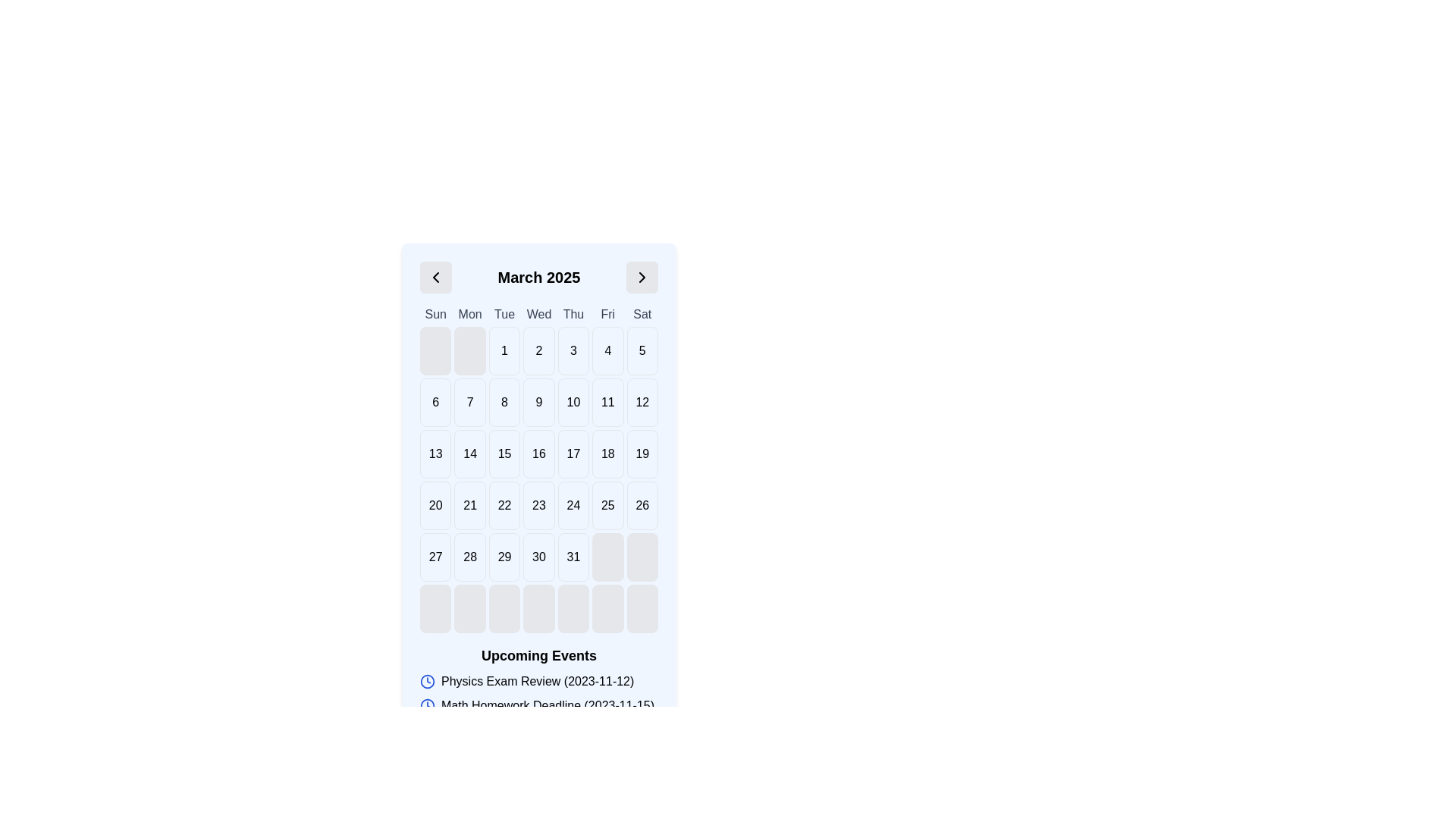  What do you see at coordinates (435, 278) in the screenshot?
I see `the navigation button located at the far left of the calendar interface` at bounding box center [435, 278].